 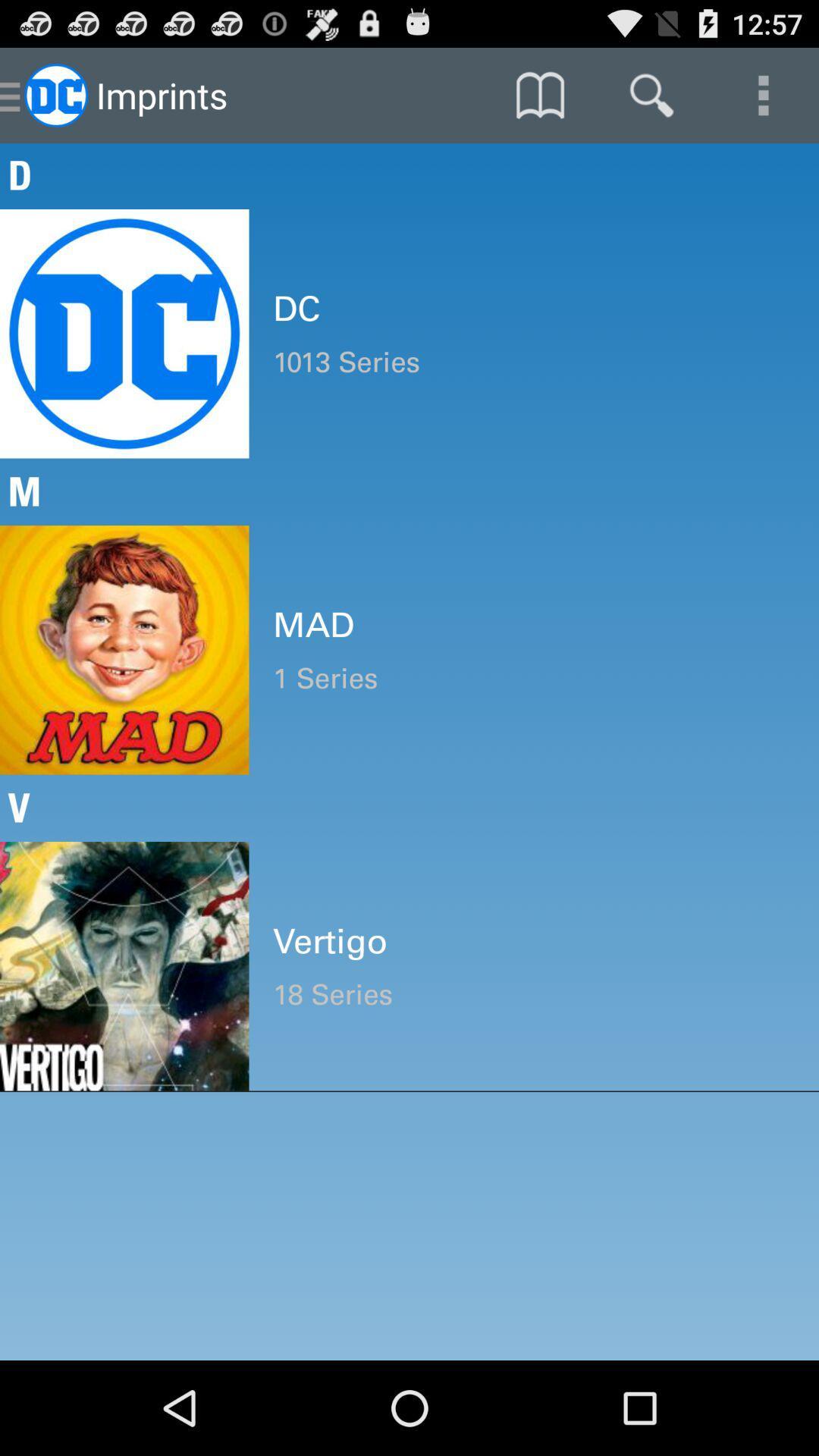 What do you see at coordinates (539, 94) in the screenshot?
I see `item to the right of the imprints` at bounding box center [539, 94].